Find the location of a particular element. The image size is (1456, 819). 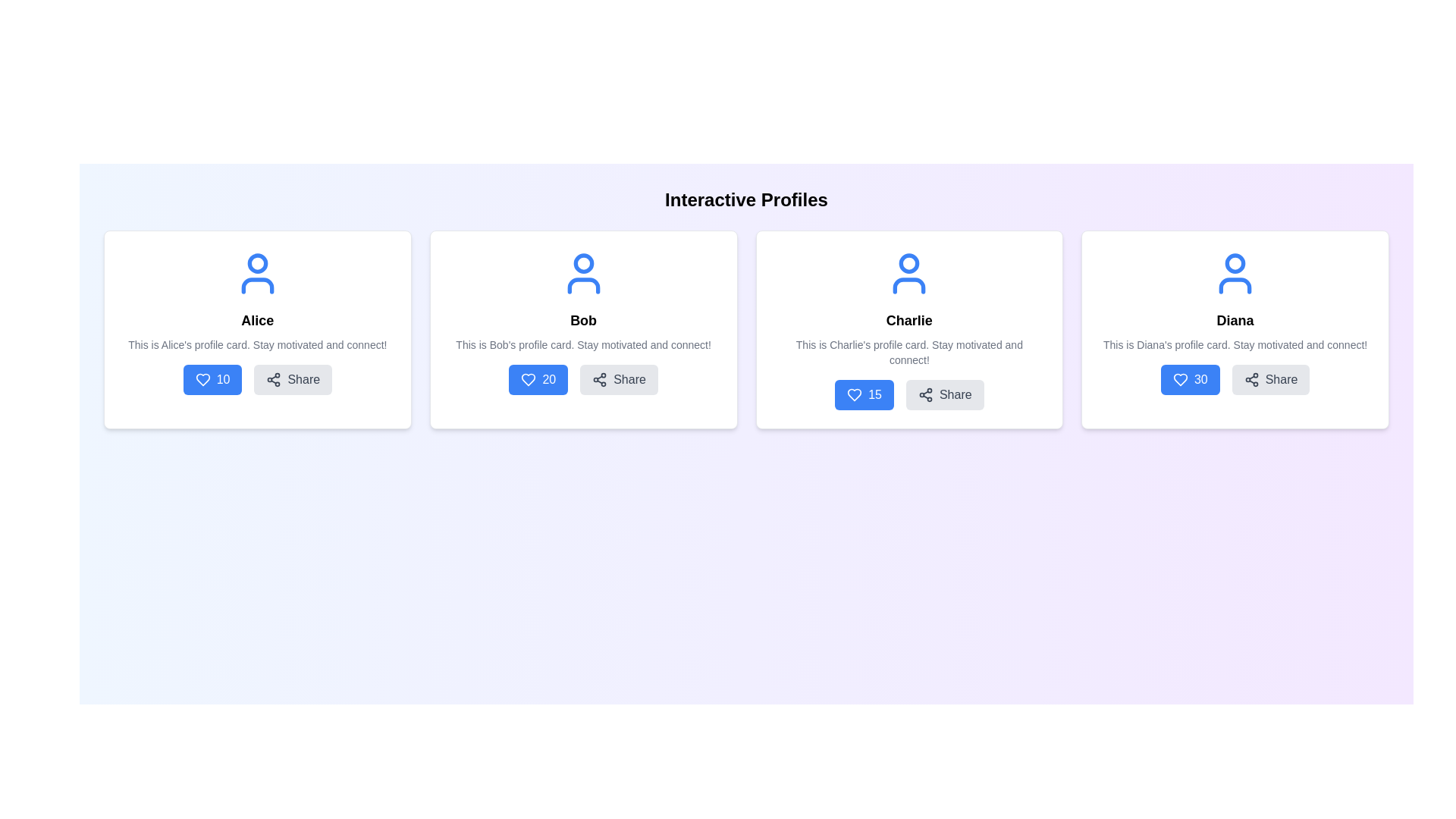

the 'Share' button, which is a rectangular button with a share icon and 'Share' text, located in the lower section of Alice's profile card is located at coordinates (293, 379).